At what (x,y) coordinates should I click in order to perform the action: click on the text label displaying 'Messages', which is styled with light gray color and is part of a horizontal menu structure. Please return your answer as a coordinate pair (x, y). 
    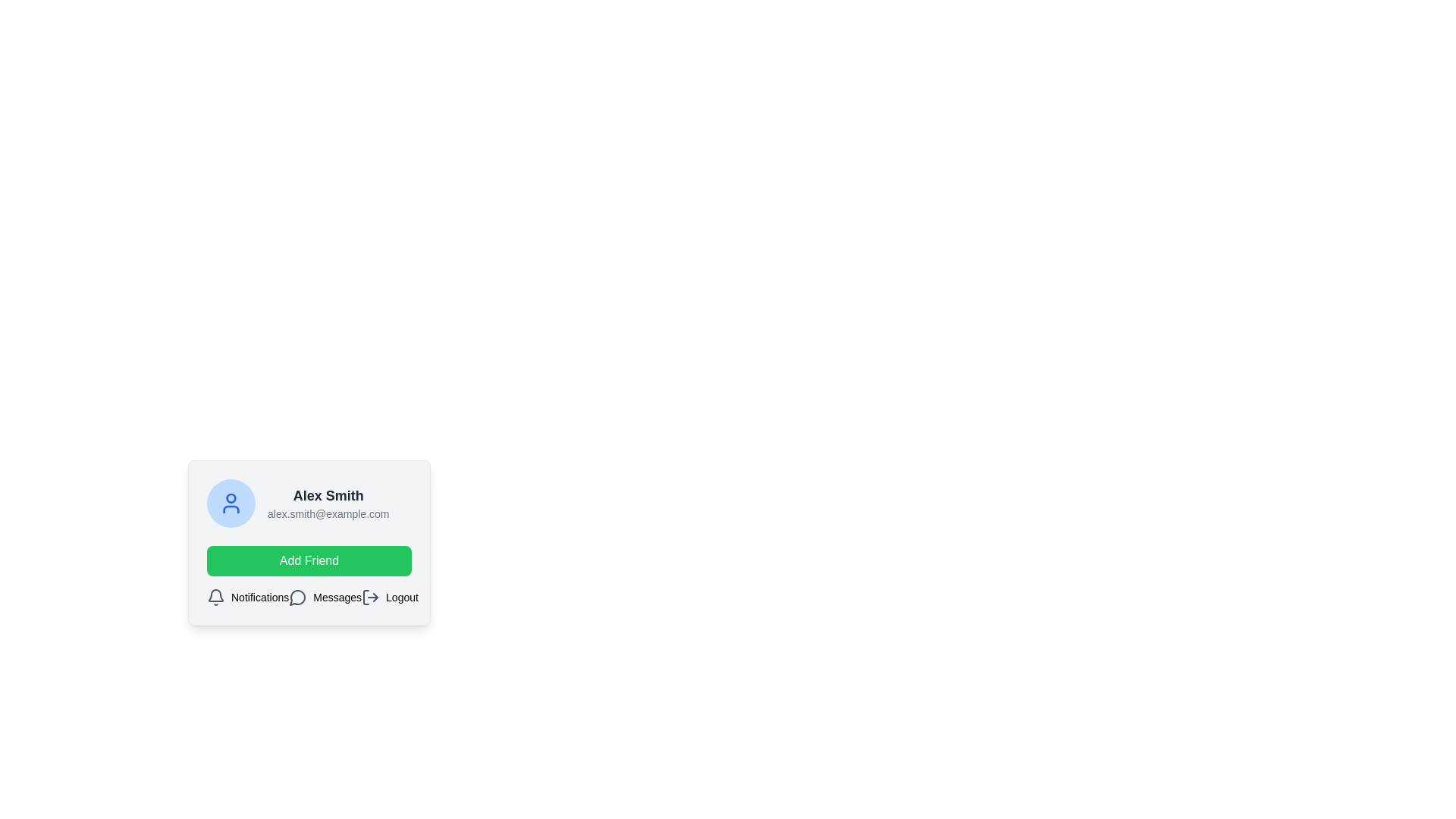
    Looking at the image, I should click on (337, 596).